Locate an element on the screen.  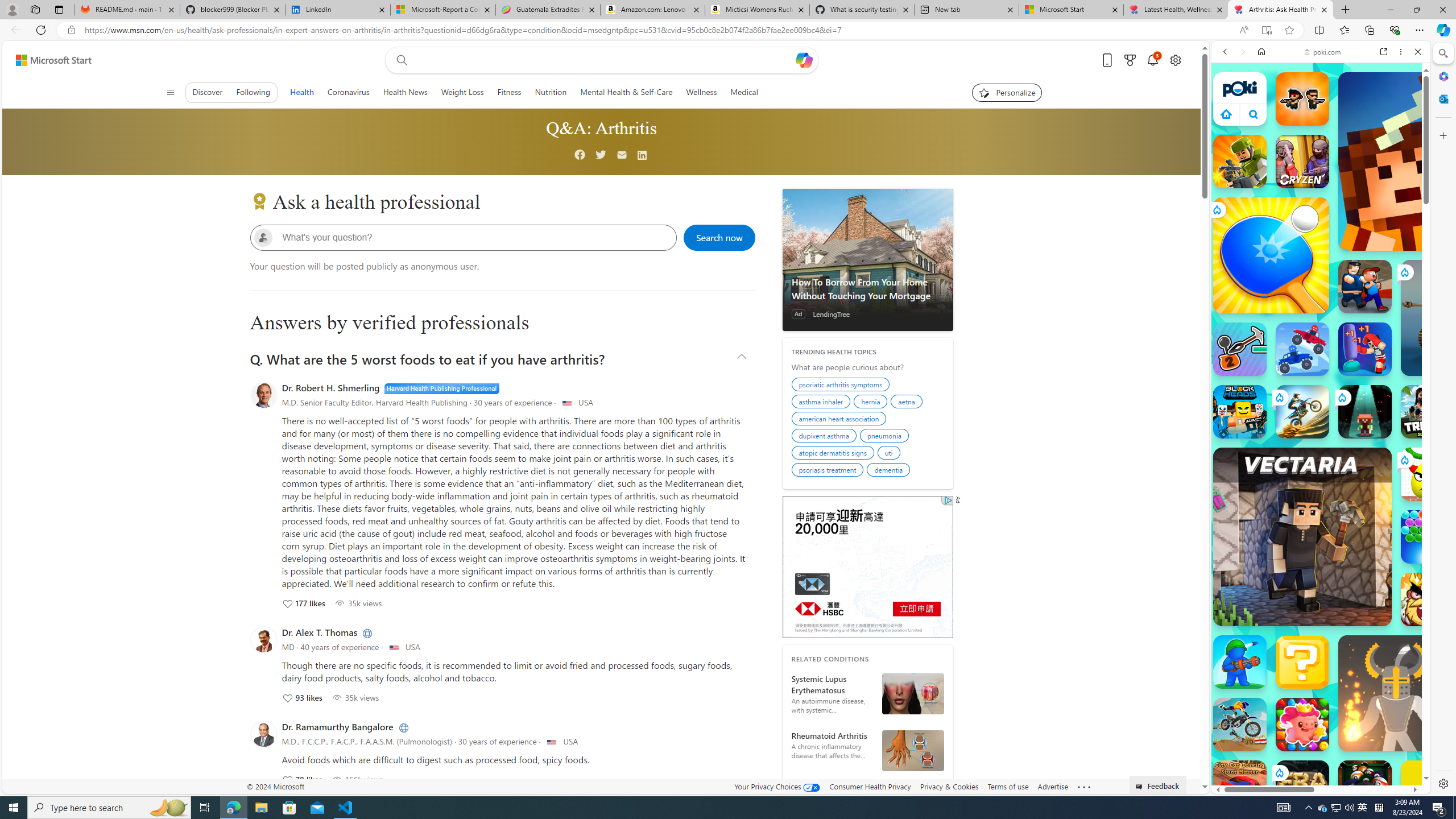
'Bubble Shooter' is located at coordinates (1428, 536).